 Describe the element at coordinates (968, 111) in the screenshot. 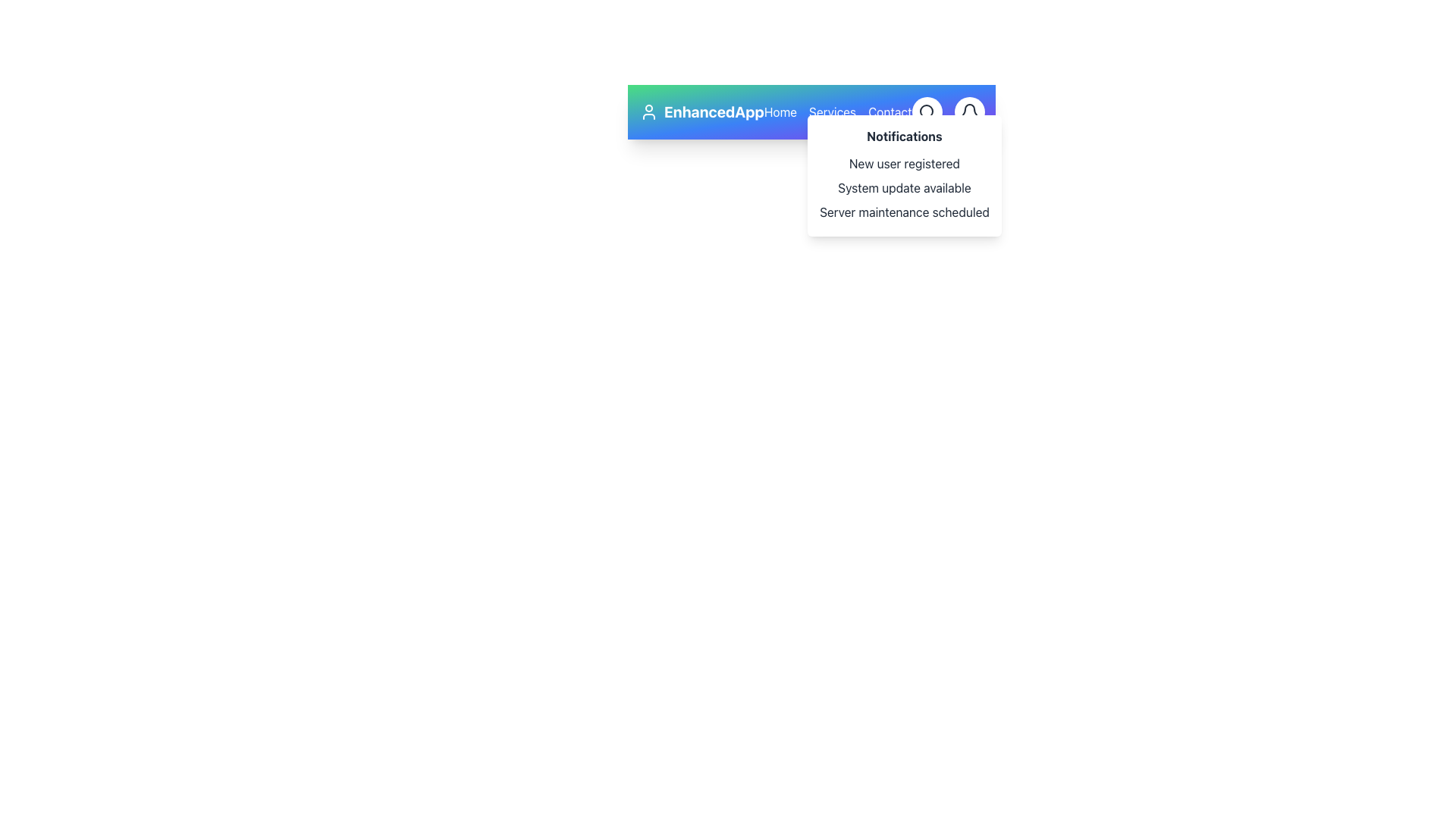

I see `the notification bell icon located at the top-right corner of the header bar, next to the circular profile icon` at that location.